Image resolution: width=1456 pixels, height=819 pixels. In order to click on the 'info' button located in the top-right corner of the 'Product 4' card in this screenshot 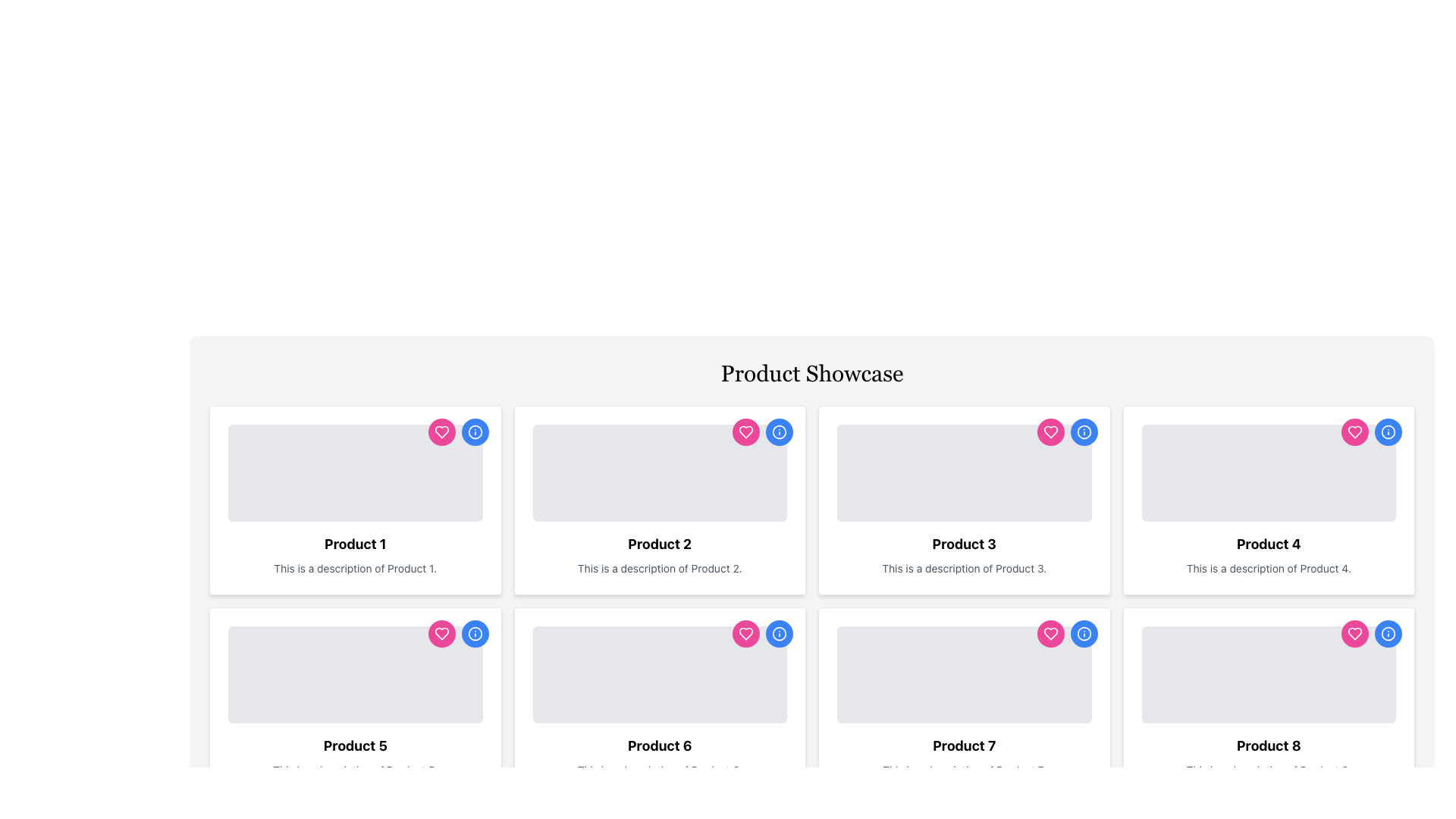, I will do `click(1388, 432)`.